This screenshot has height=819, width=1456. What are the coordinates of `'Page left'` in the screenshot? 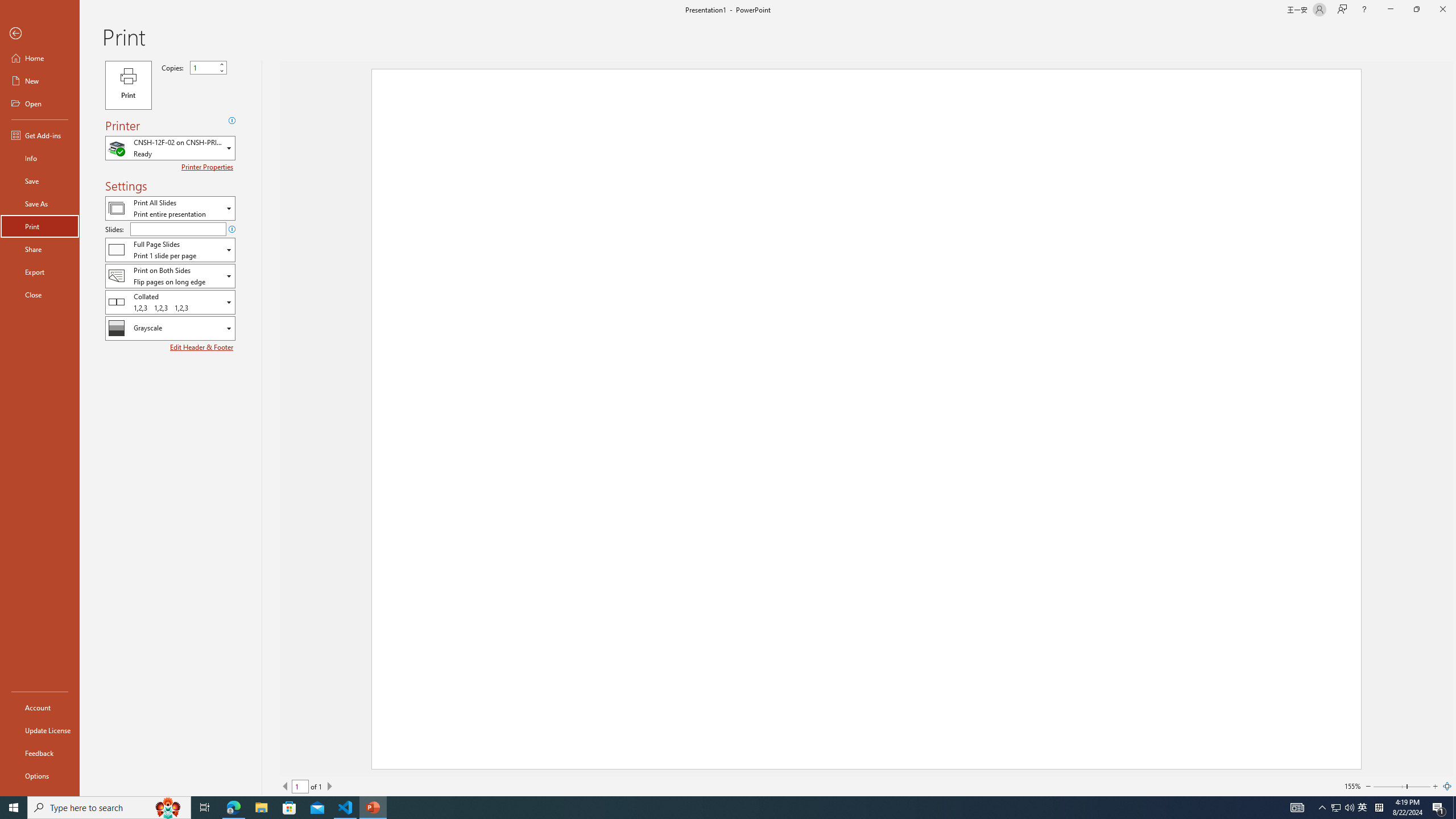 It's located at (1389, 786).